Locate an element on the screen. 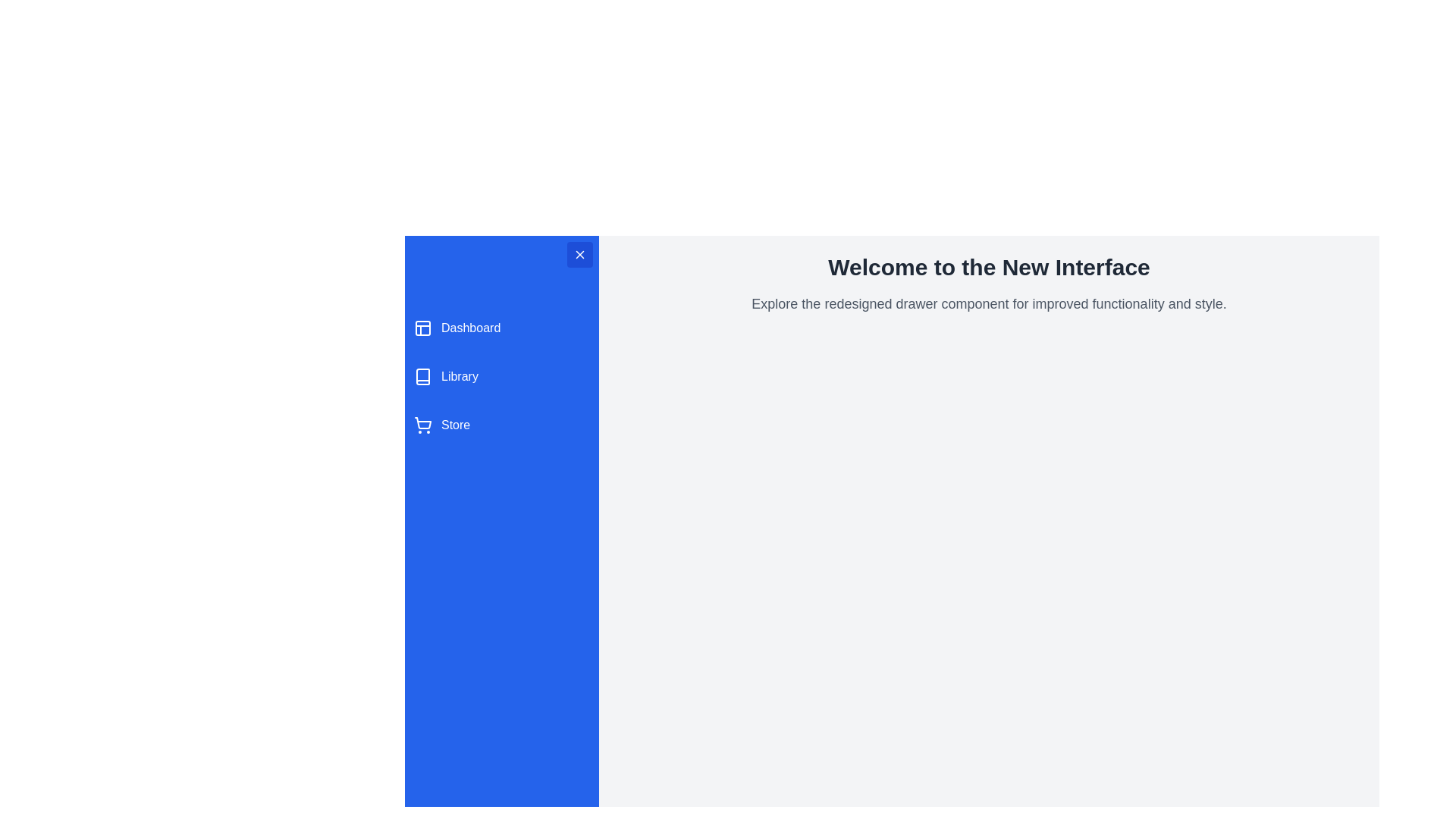 This screenshot has width=1456, height=819. the close button located at the upper-right corner of the side panel is located at coordinates (579, 253).